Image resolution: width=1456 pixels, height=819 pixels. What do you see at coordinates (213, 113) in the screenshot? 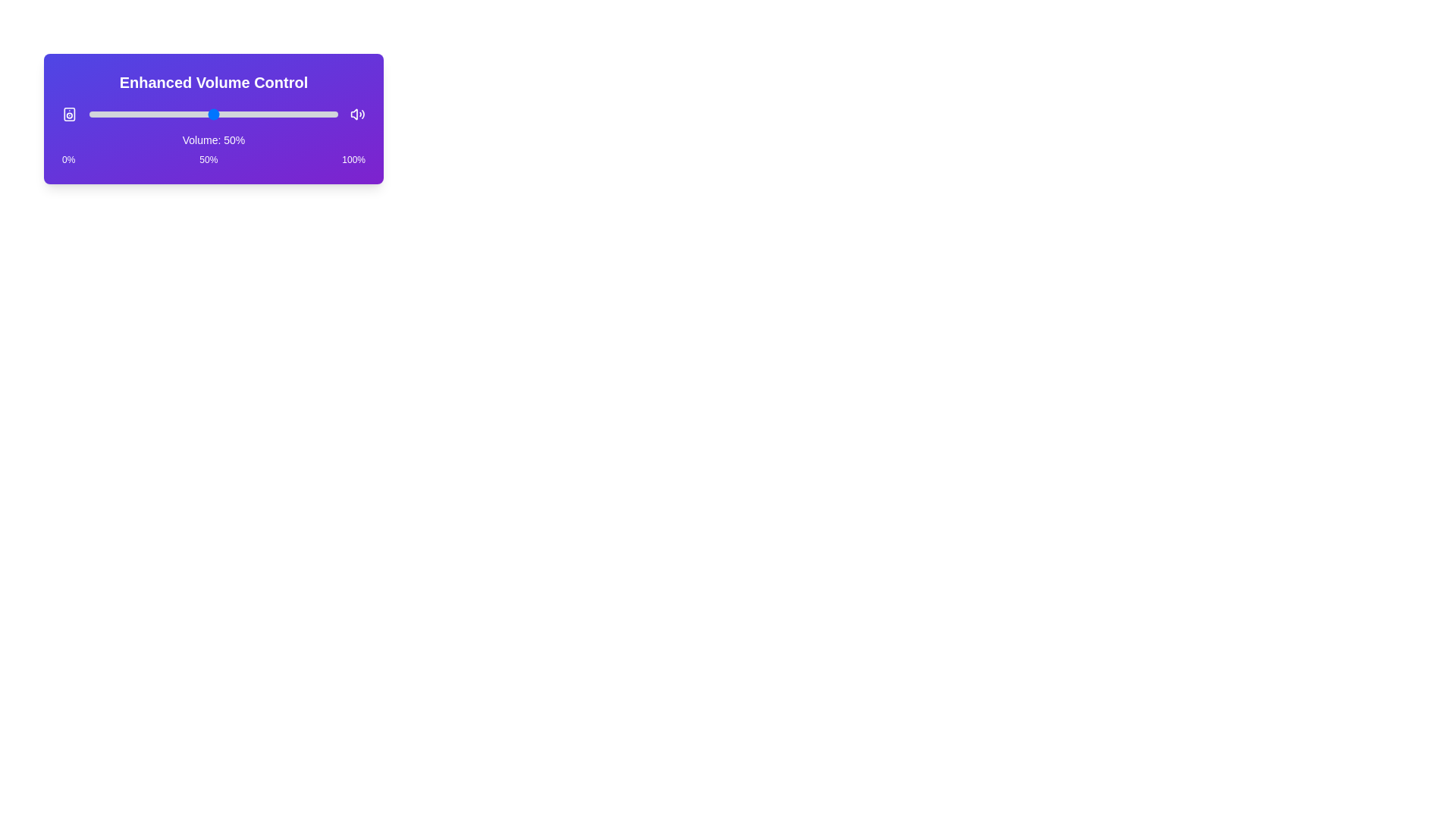
I see `the volume slider to set the volume to 50%` at bounding box center [213, 113].